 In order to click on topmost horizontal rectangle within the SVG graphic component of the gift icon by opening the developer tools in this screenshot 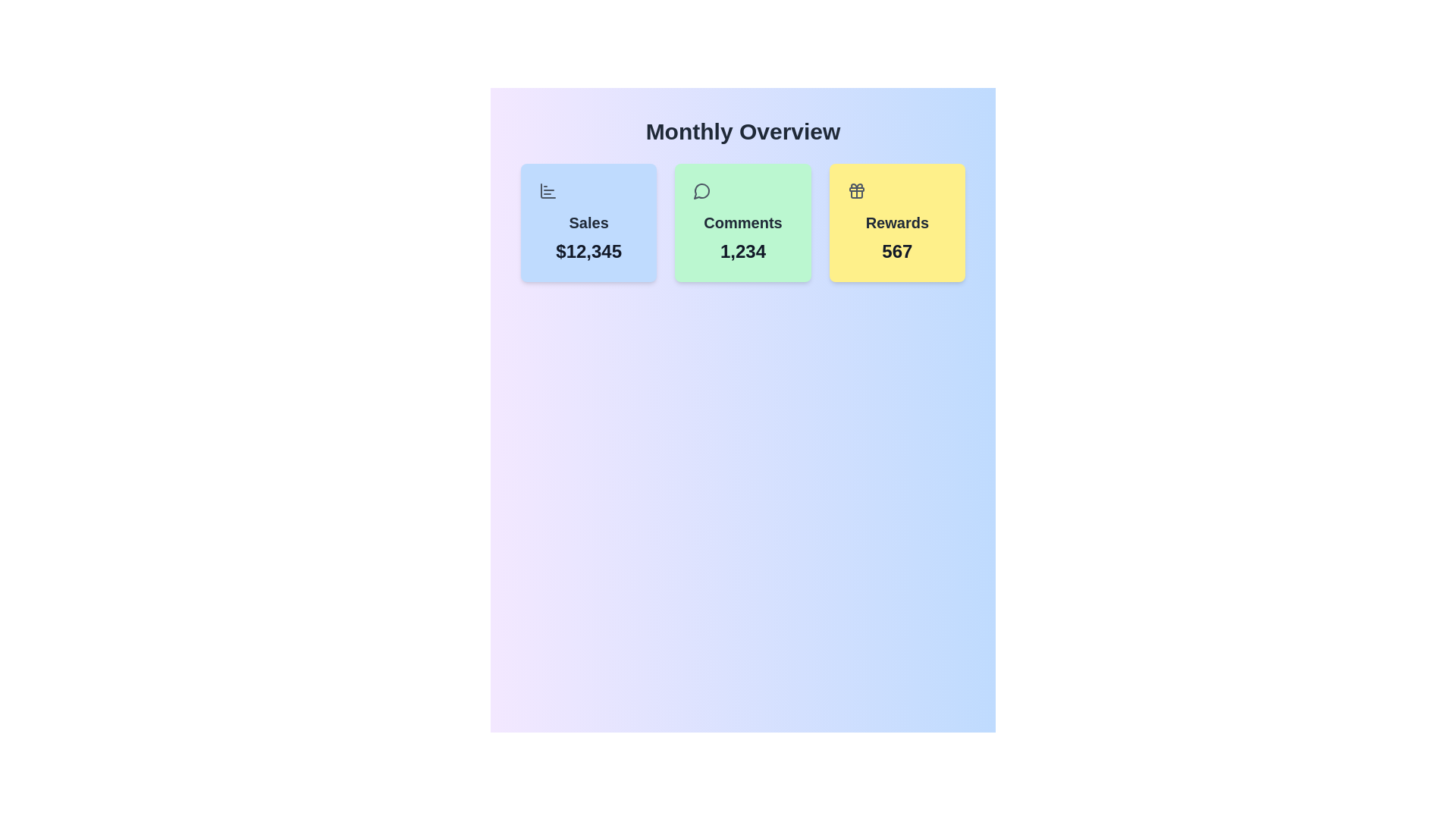, I will do `click(856, 189)`.